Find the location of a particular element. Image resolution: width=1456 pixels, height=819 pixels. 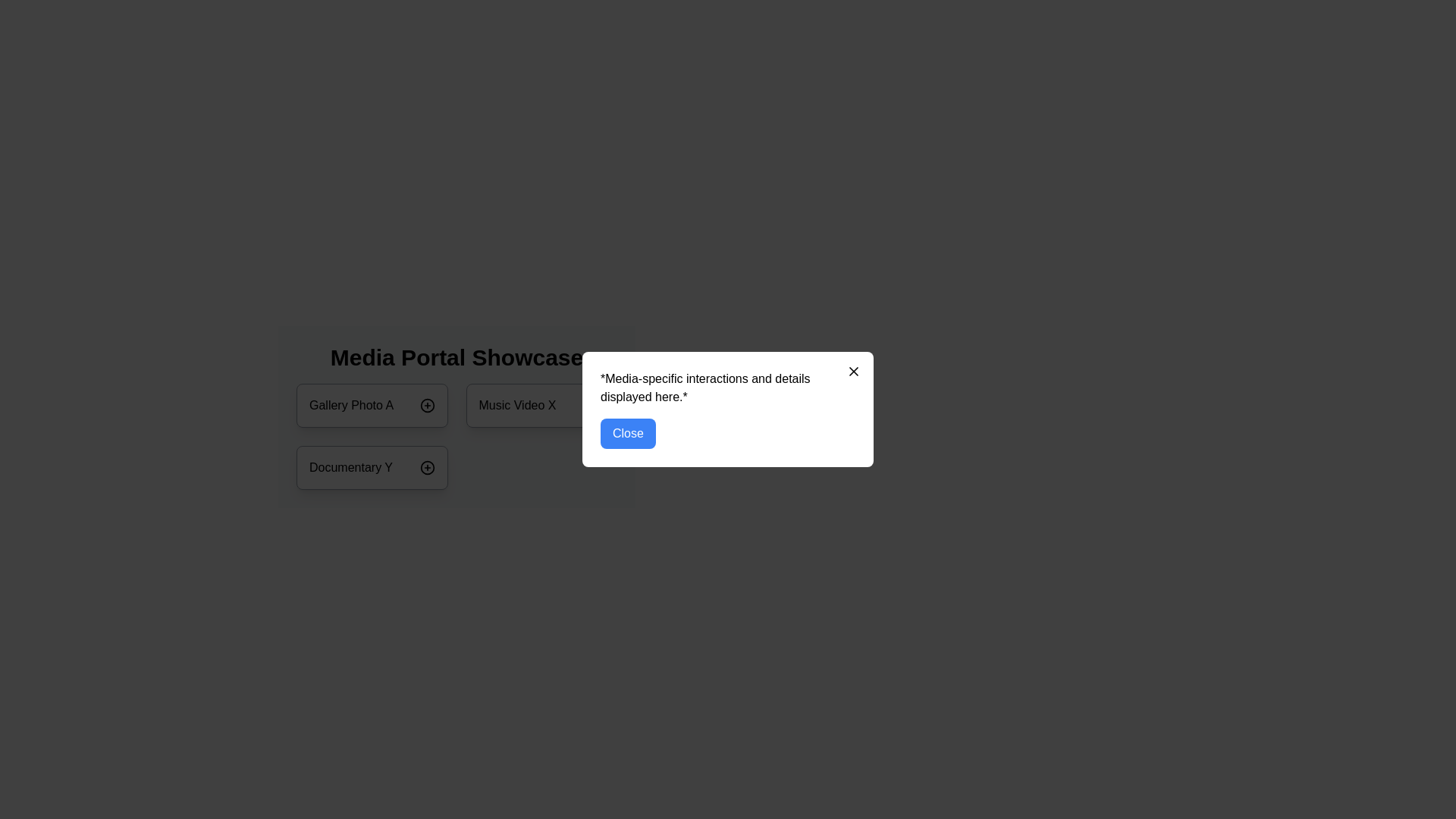

the interactive button icon located at the right-hand side of the 'Documentary Y' component to initiate the add action is located at coordinates (426, 467).